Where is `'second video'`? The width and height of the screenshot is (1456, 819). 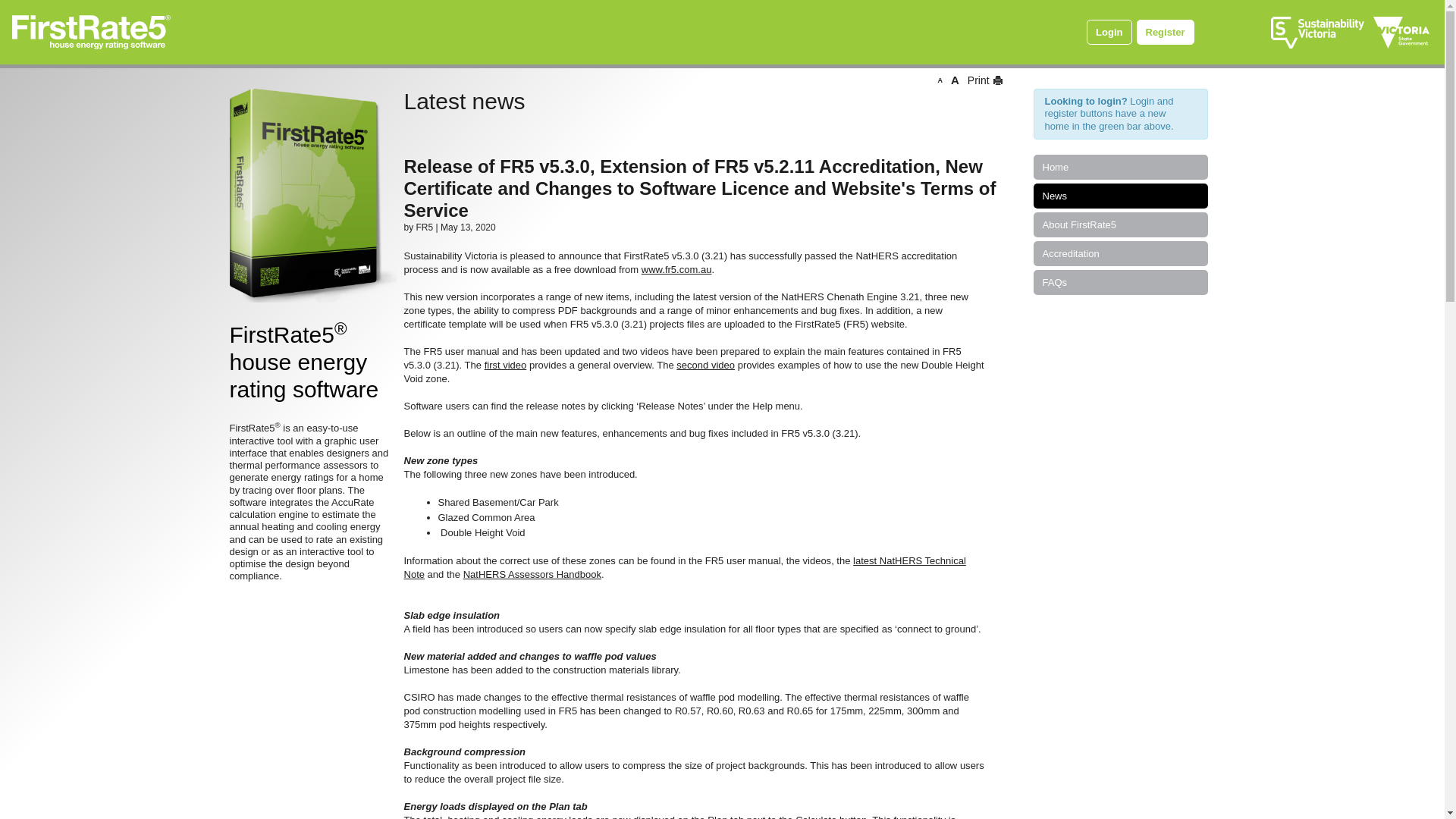
'second video' is located at coordinates (704, 365).